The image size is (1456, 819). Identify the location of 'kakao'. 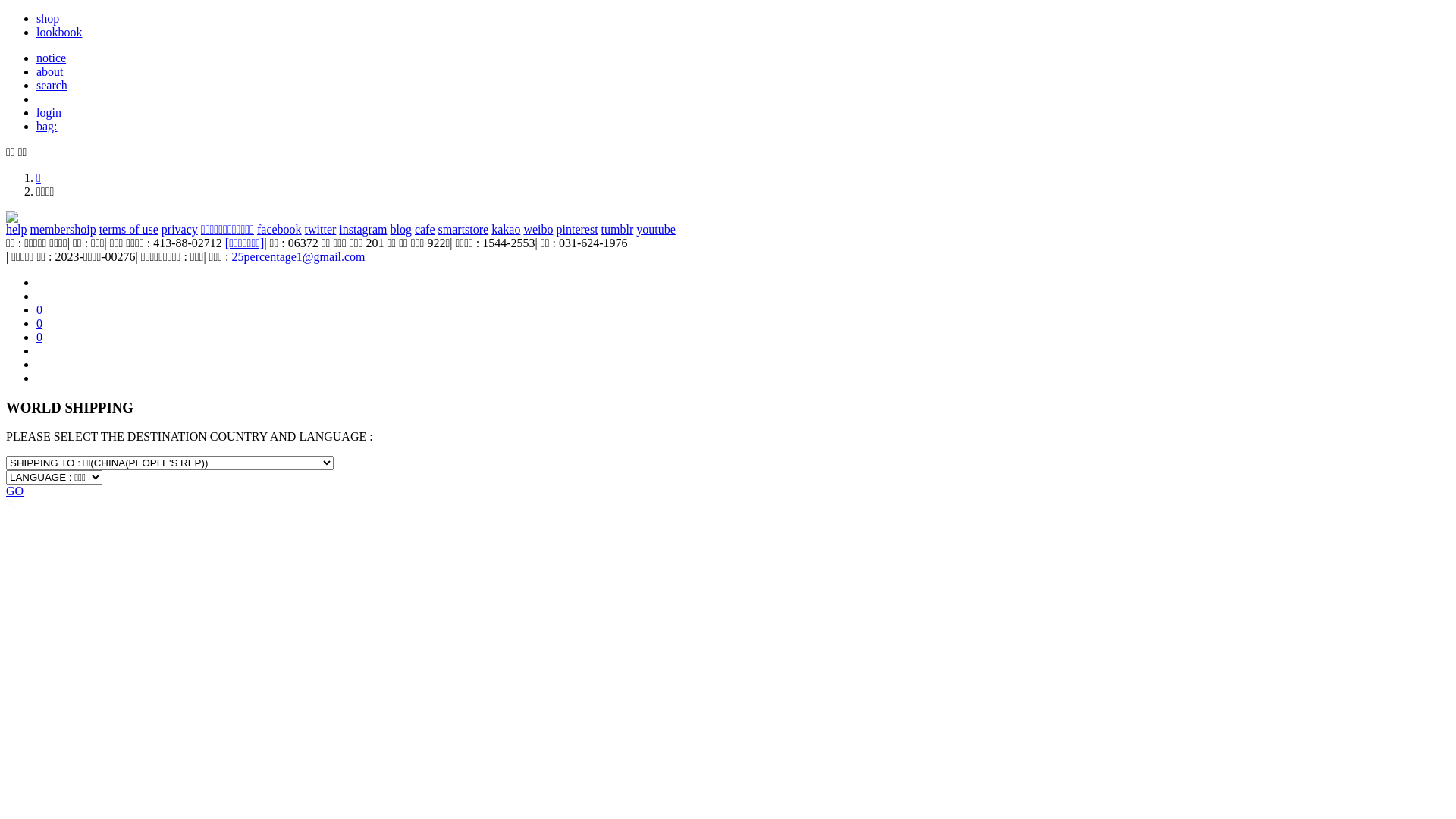
(506, 229).